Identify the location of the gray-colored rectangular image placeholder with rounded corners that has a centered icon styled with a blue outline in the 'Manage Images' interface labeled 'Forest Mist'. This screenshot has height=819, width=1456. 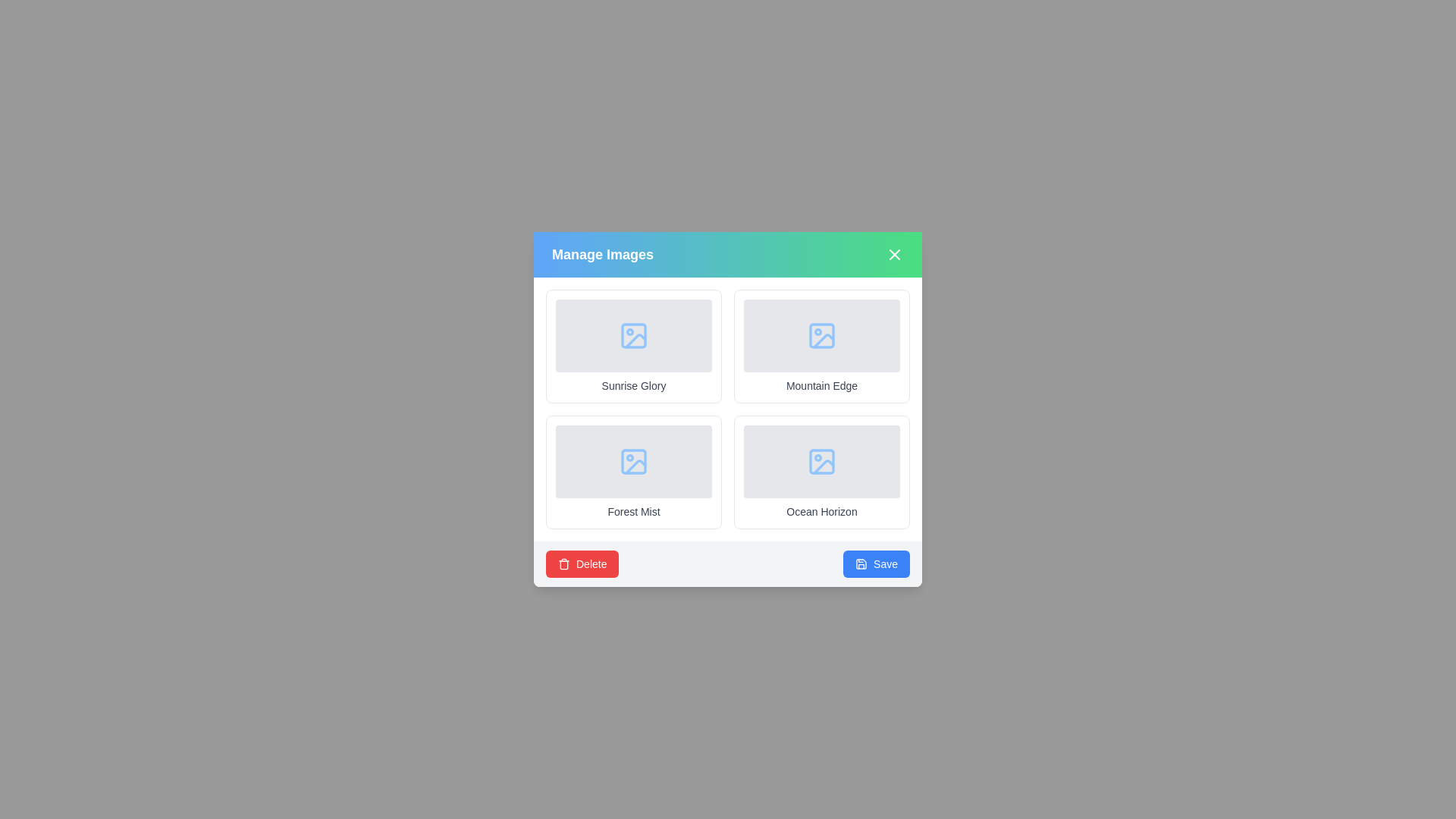
(633, 461).